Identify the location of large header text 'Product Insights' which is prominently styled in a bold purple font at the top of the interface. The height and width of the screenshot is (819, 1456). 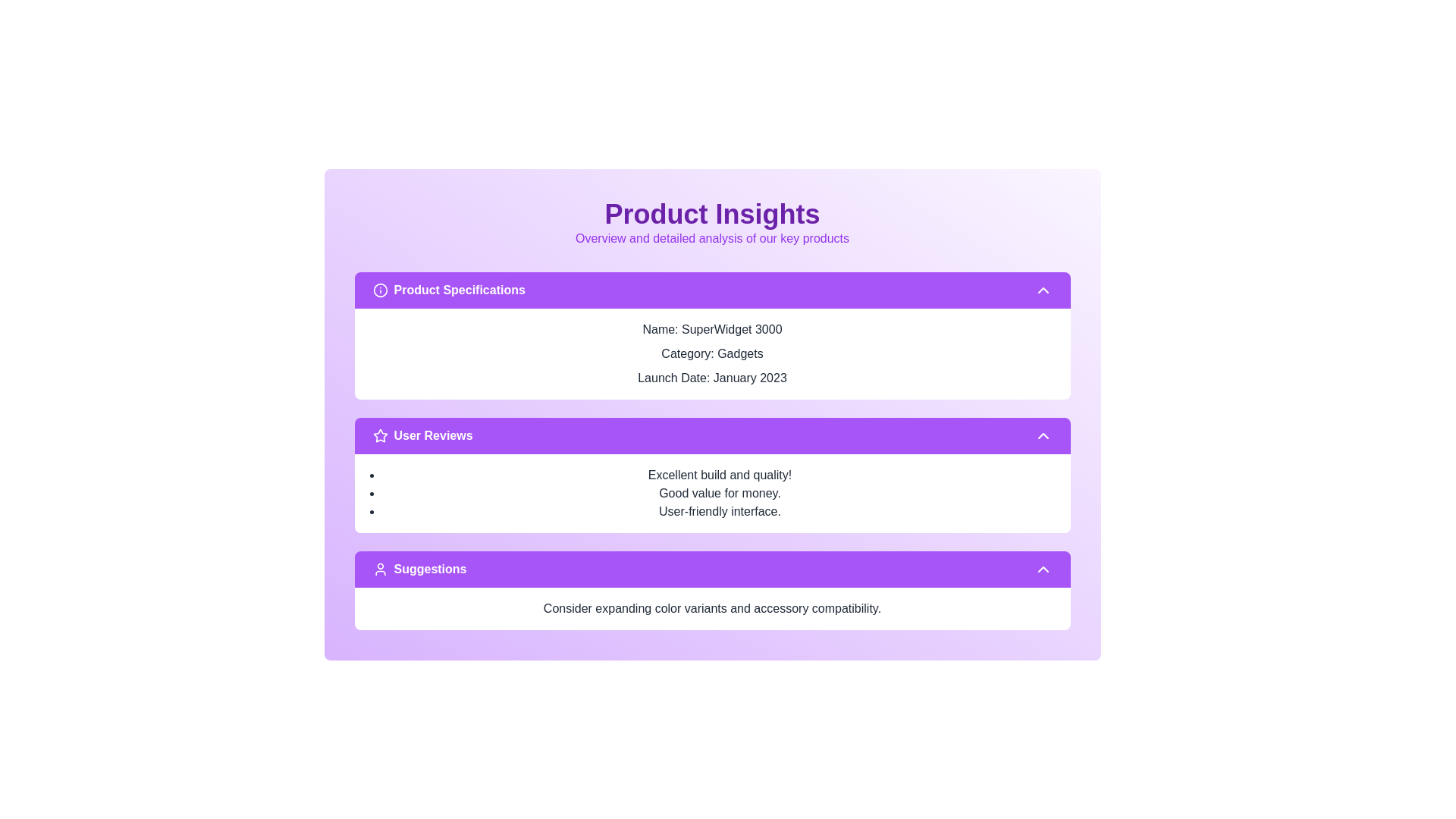
(711, 214).